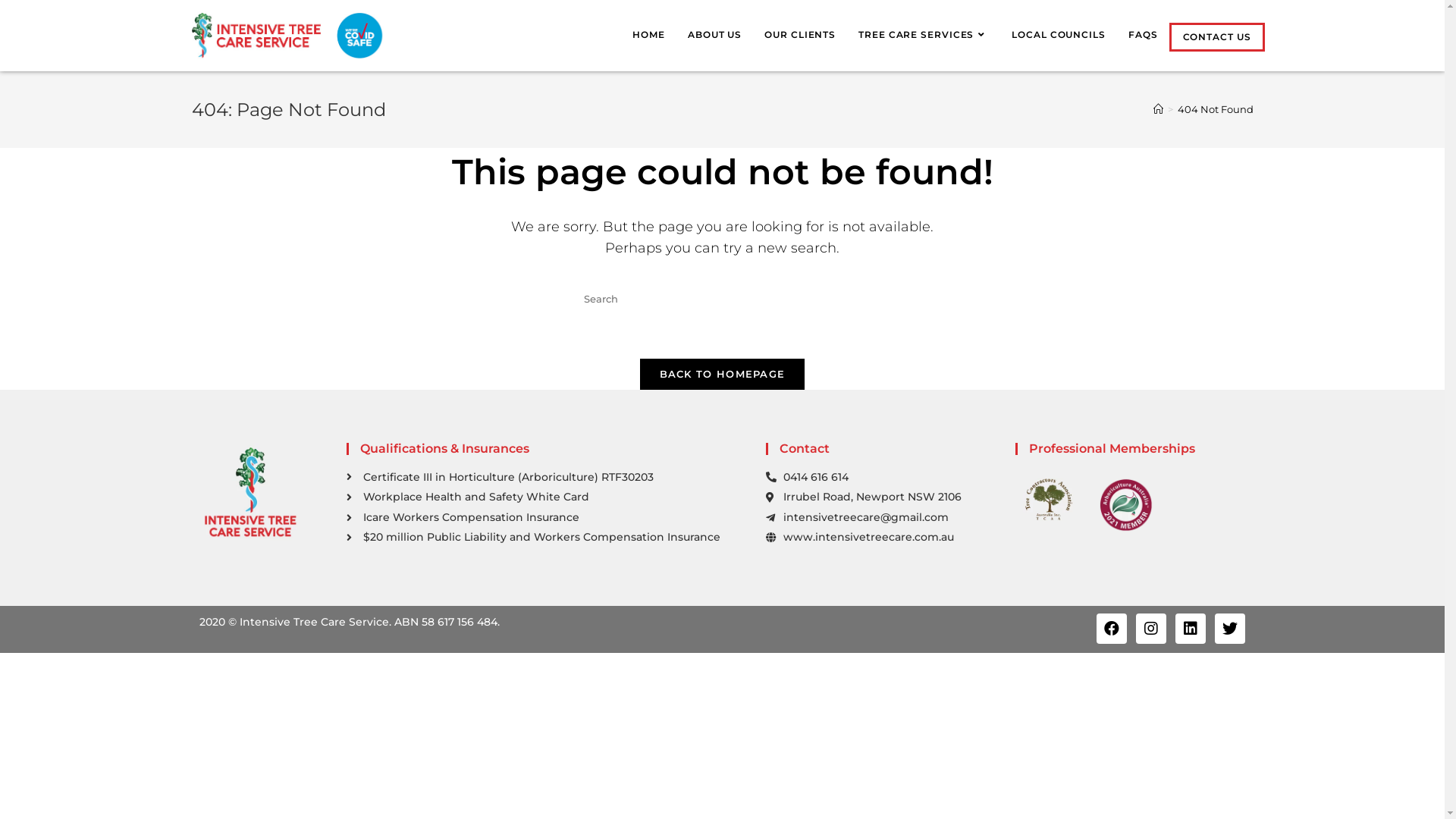 This screenshot has height=819, width=1456. What do you see at coordinates (648, 34) in the screenshot?
I see `'HOME'` at bounding box center [648, 34].